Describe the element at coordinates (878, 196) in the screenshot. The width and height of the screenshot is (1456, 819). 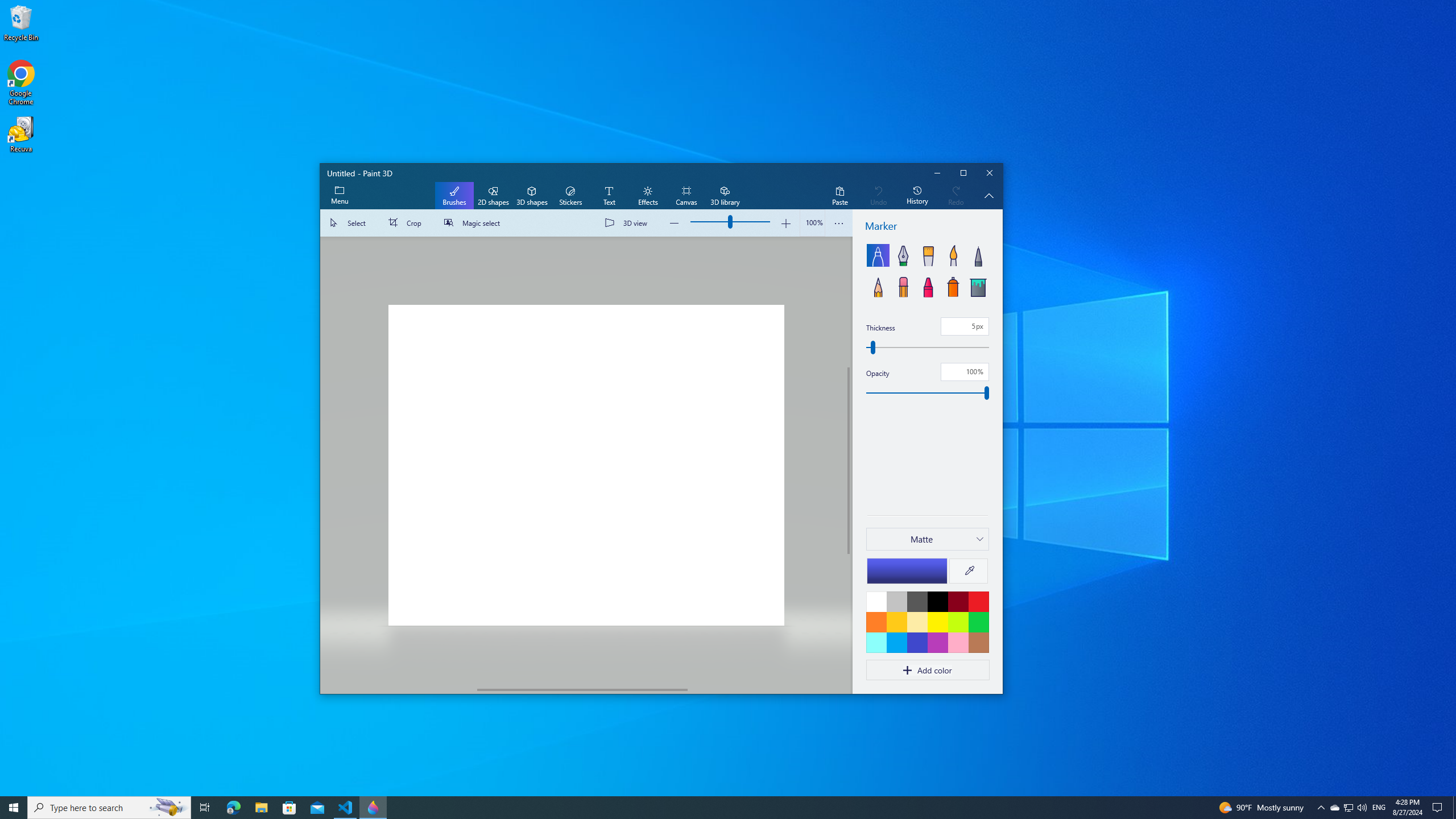
I see `'Undo'` at that location.